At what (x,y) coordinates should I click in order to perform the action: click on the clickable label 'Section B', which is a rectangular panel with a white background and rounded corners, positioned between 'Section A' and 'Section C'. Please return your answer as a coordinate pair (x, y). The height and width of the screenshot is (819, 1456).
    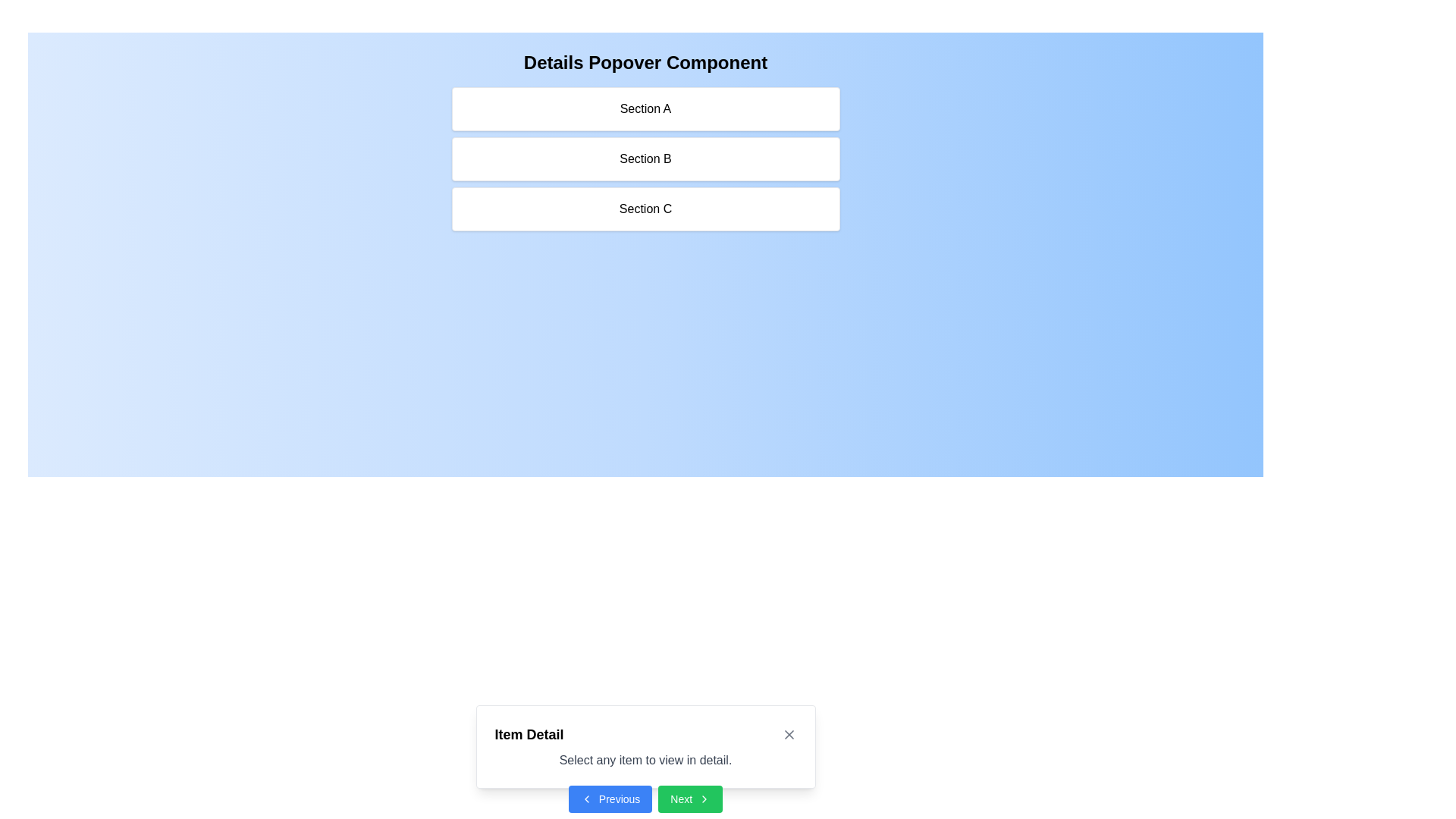
    Looking at the image, I should click on (645, 158).